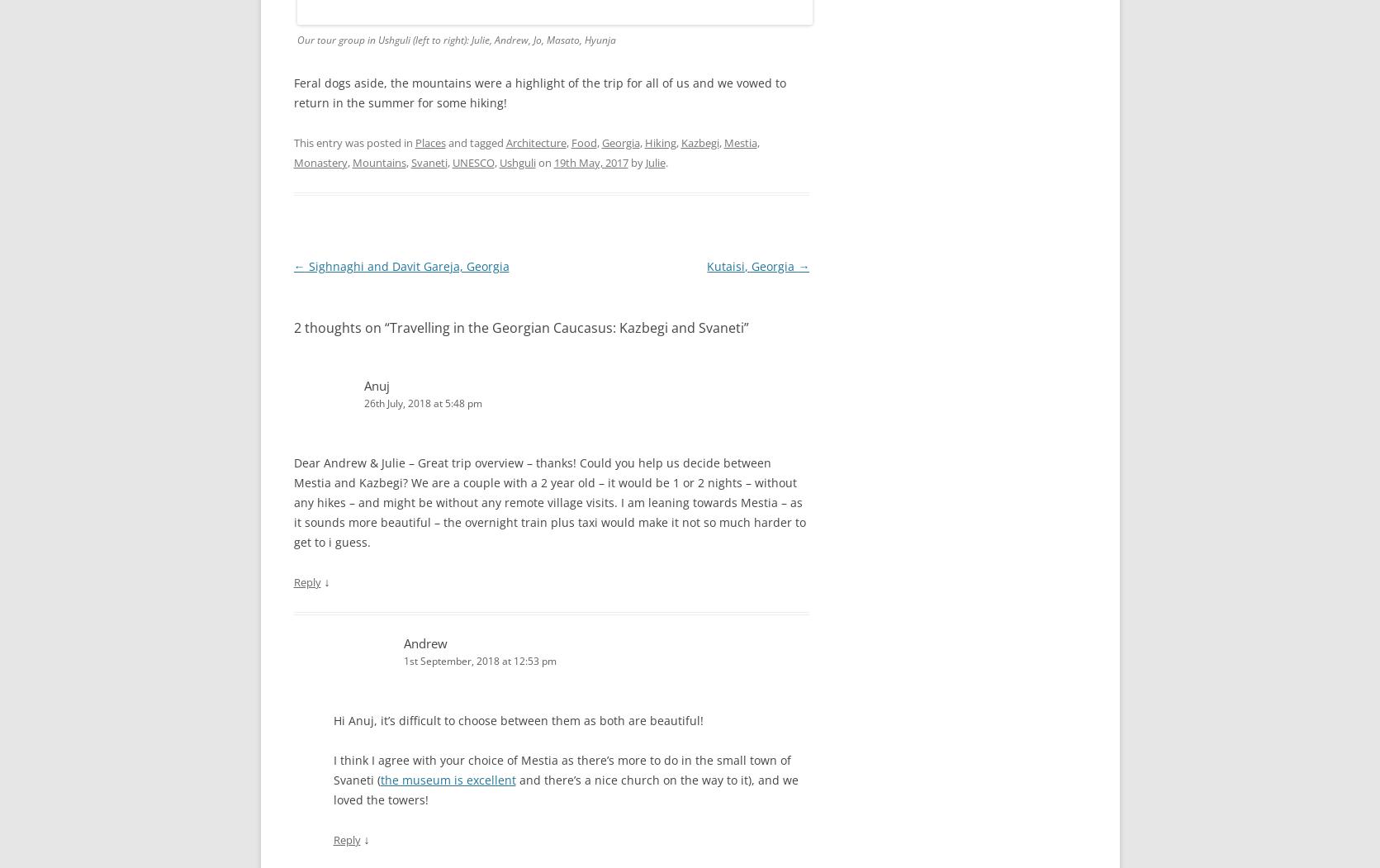 Image resolution: width=1380 pixels, height=868 pixels. What do you see at coordinates (475, 142) in the screenshot?
I see `'and tagged'` at bounding box center [475, 142].